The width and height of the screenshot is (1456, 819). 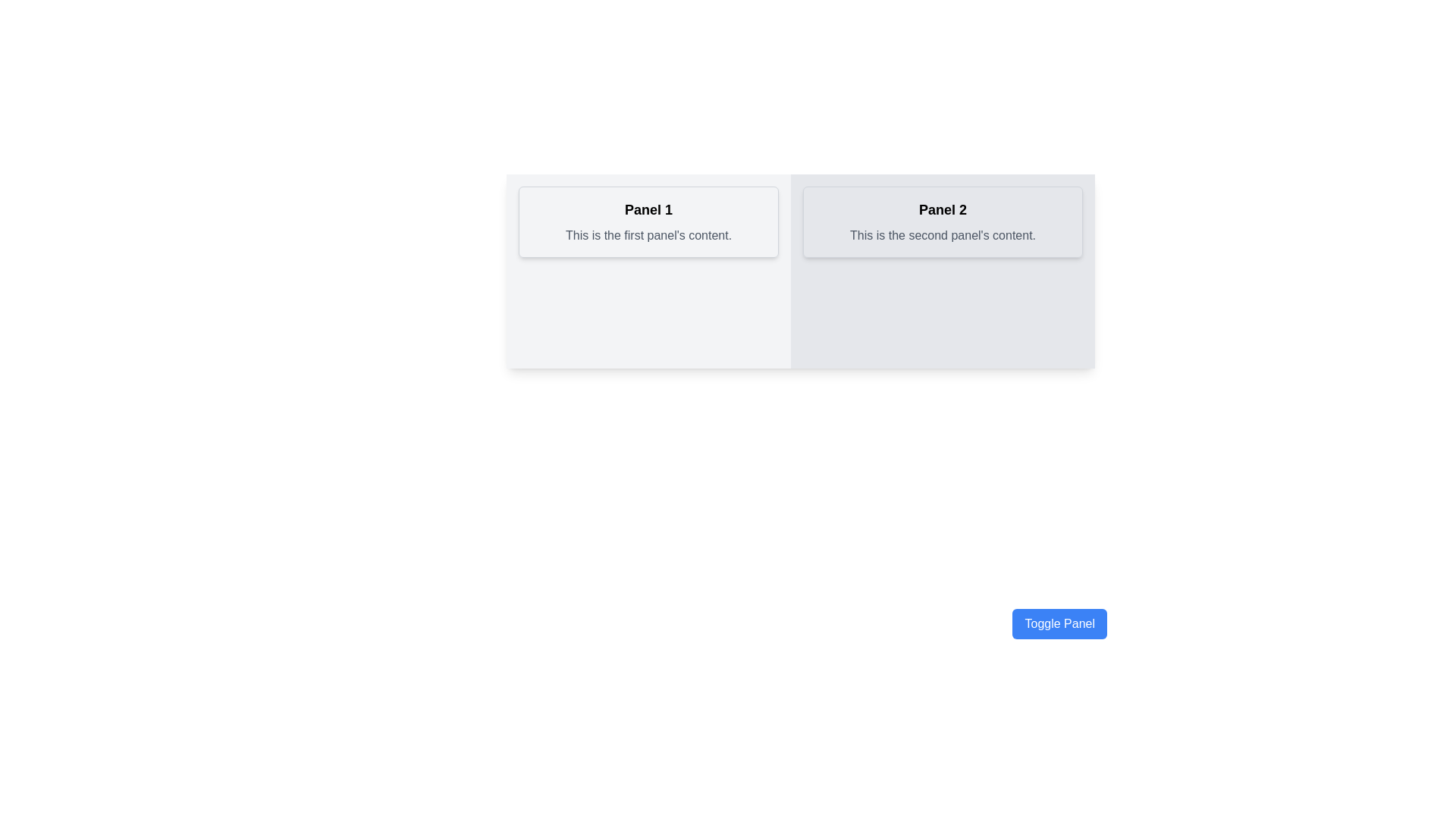 What do you see at coordinates (942, 222) in the screenshot?
I see `the display panel labeled 'Panel 2' that presents its associated content, positioned in the second column of a two-column layout` at bounding box center [942, 222].